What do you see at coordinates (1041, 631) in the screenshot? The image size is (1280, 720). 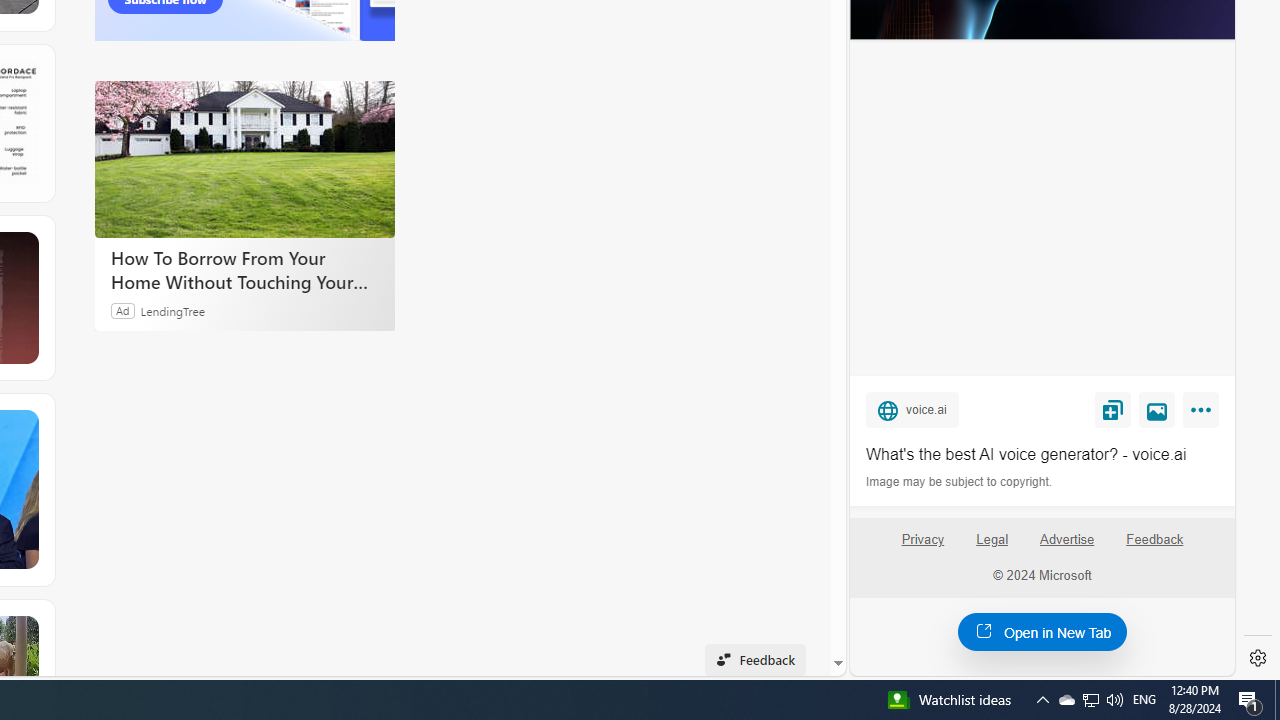 I see `'Open in New Tab'` at bounding box center [1041, 631].